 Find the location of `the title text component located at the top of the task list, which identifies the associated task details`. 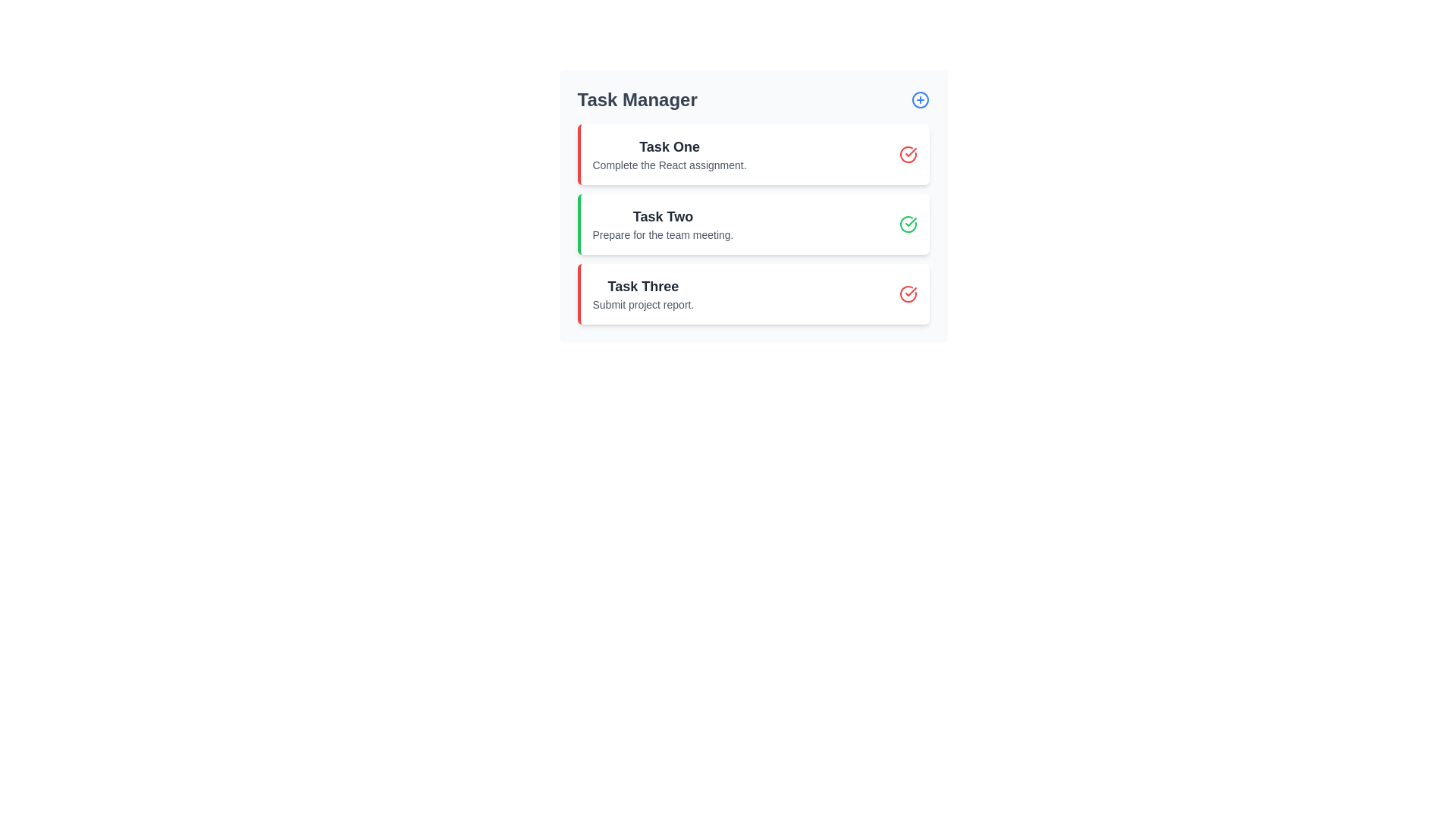

the title text component located at the top of the task list, which identifies the associated task details is located at coordinates (669, 146).